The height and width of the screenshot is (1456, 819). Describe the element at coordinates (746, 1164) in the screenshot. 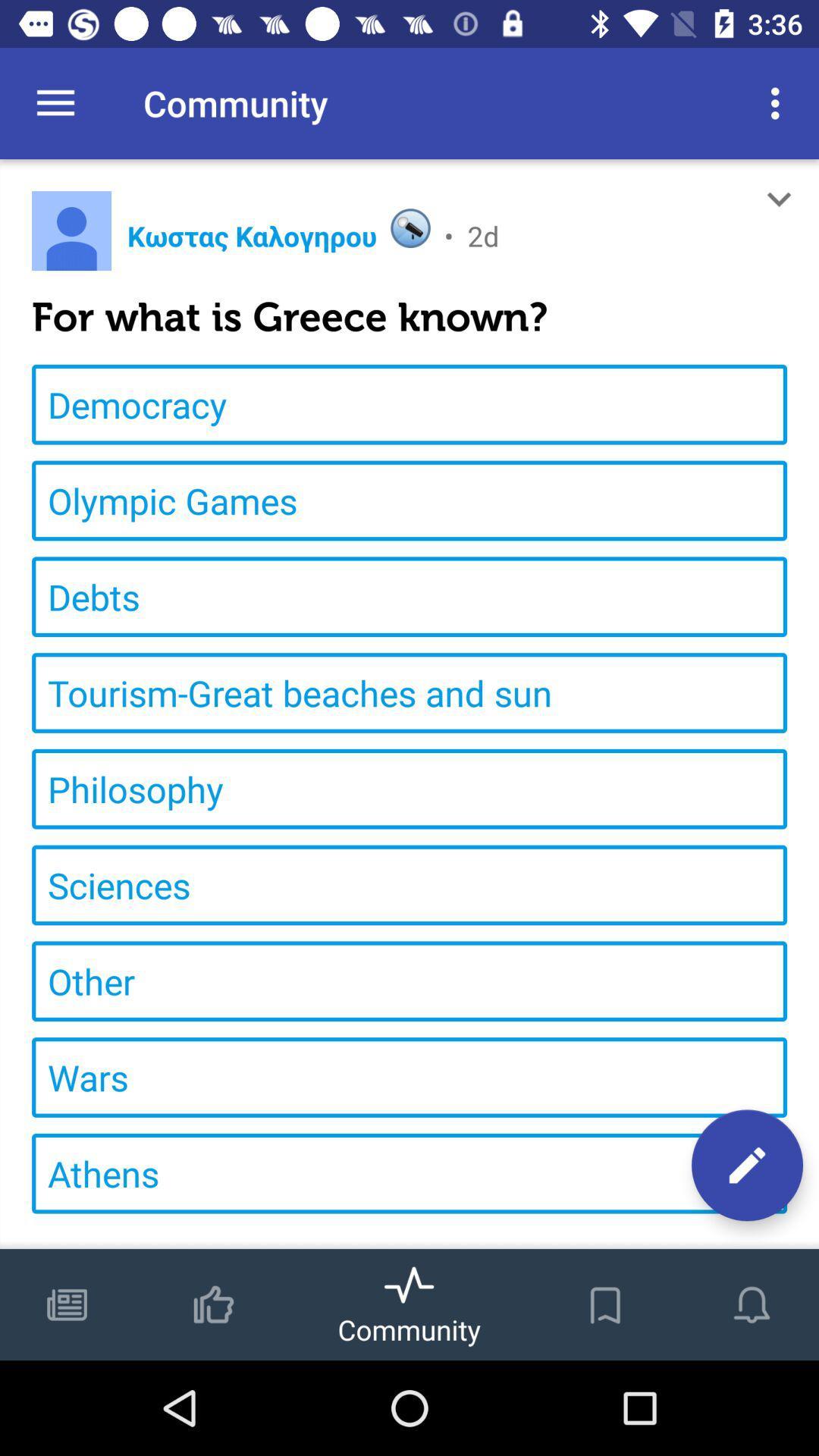

I see `the edit icon` at that location.